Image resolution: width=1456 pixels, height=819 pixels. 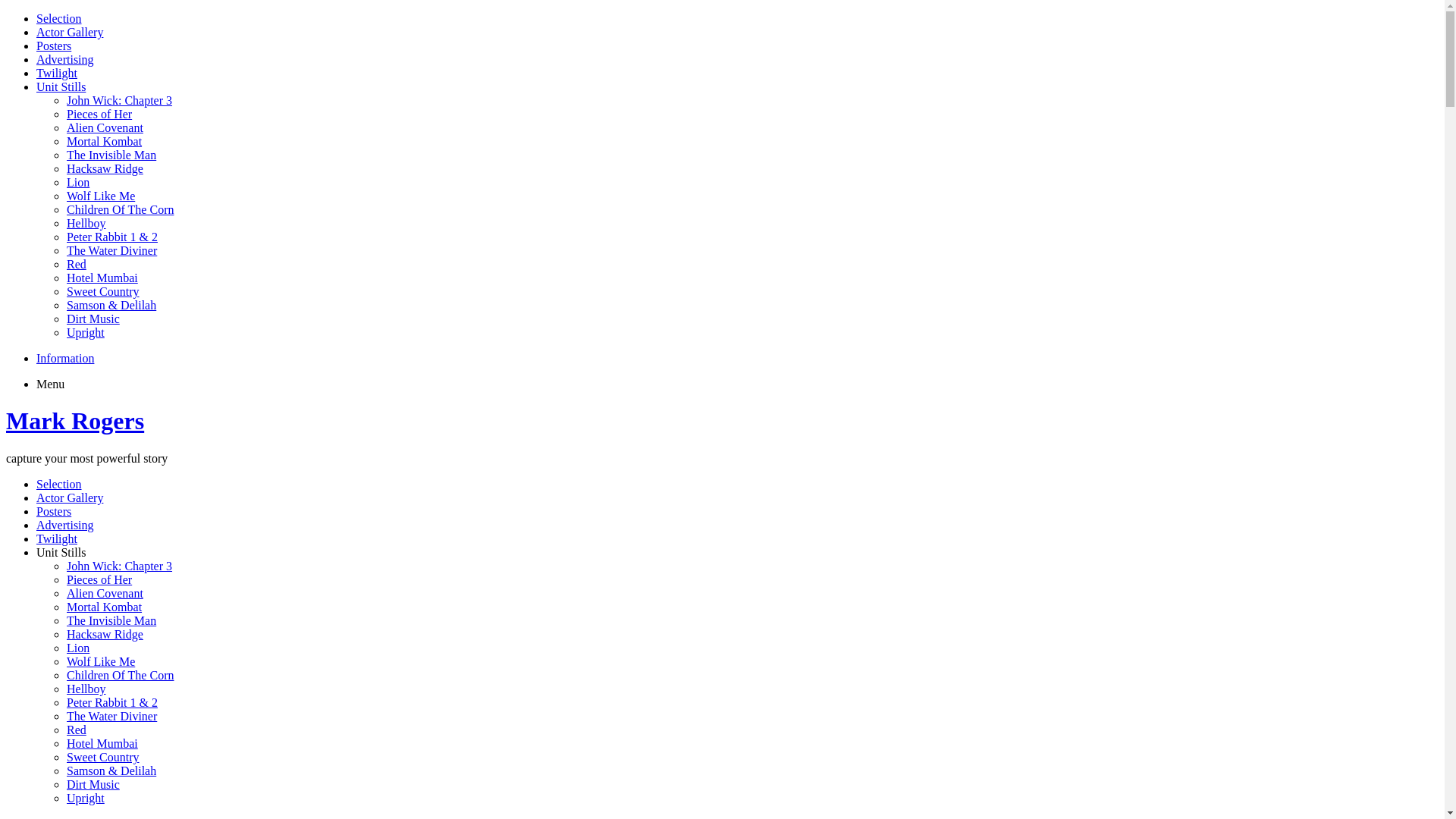 I want to click on 'Children Of The Corn', so click(x=119, y=674).